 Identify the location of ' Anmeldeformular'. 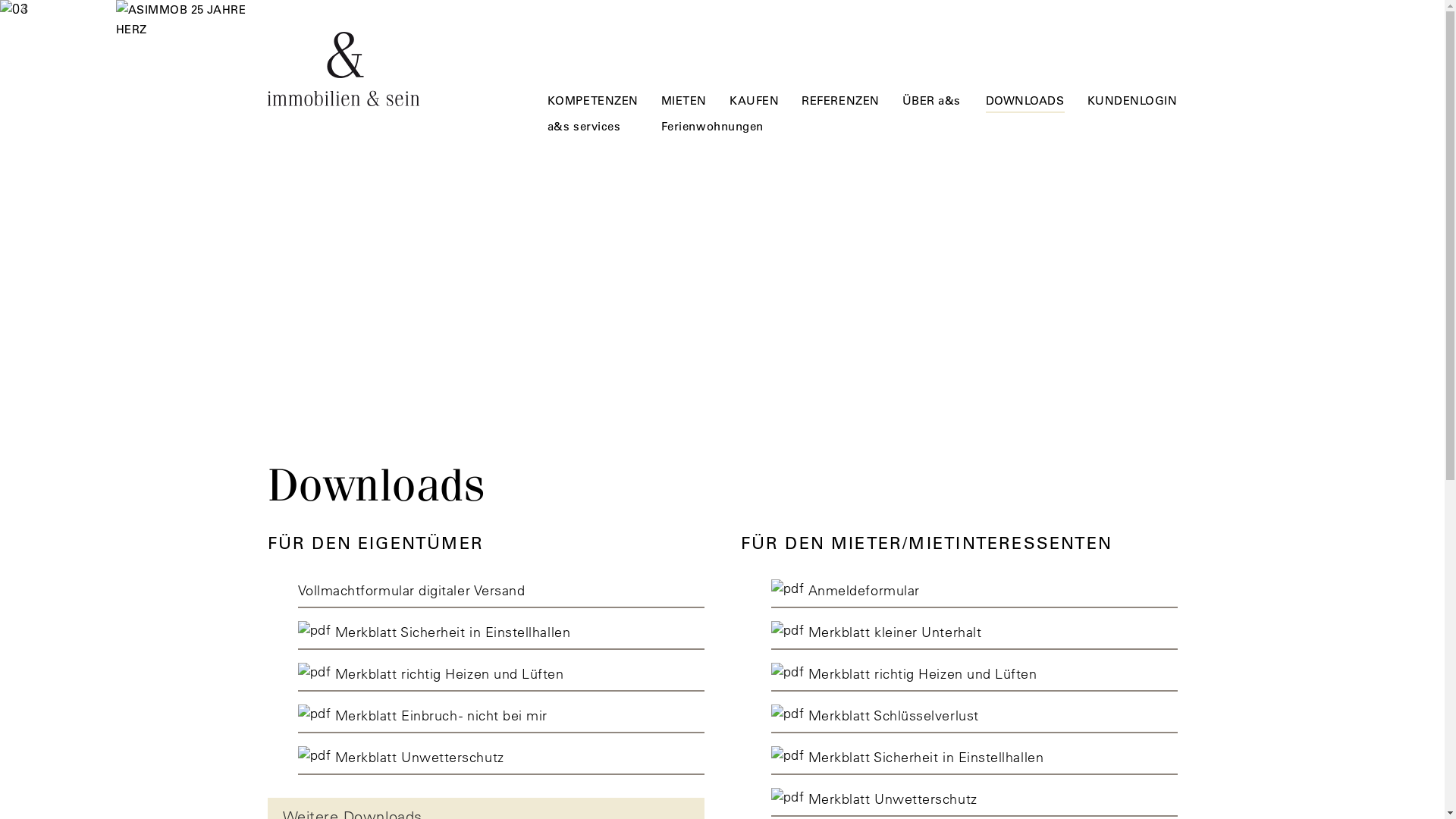
(973, 589).